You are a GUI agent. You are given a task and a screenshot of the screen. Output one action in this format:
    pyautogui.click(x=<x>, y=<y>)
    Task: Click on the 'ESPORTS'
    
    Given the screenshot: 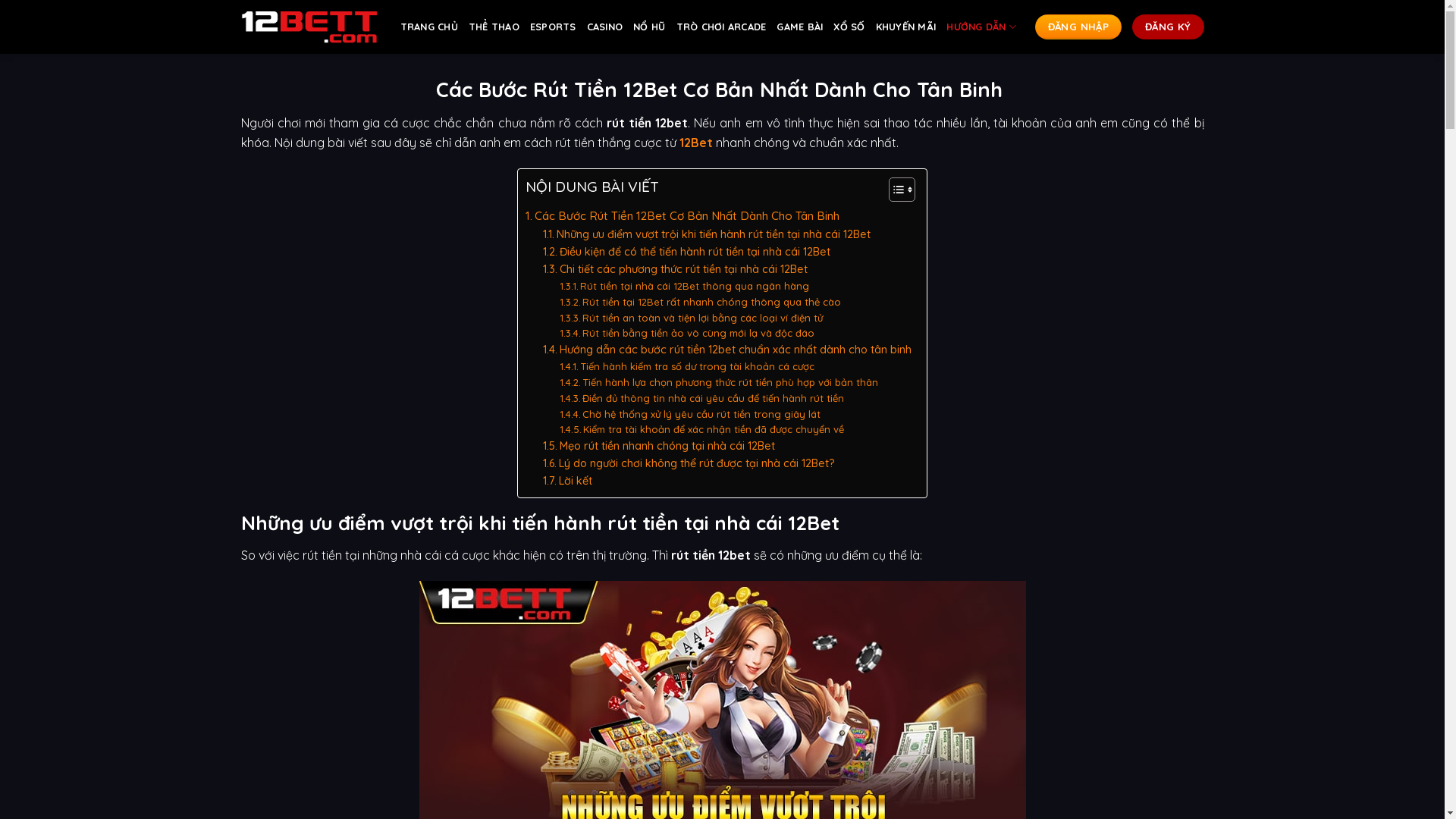 What is the action you would take?
    pyautogui.click(x=552, y=27)
    